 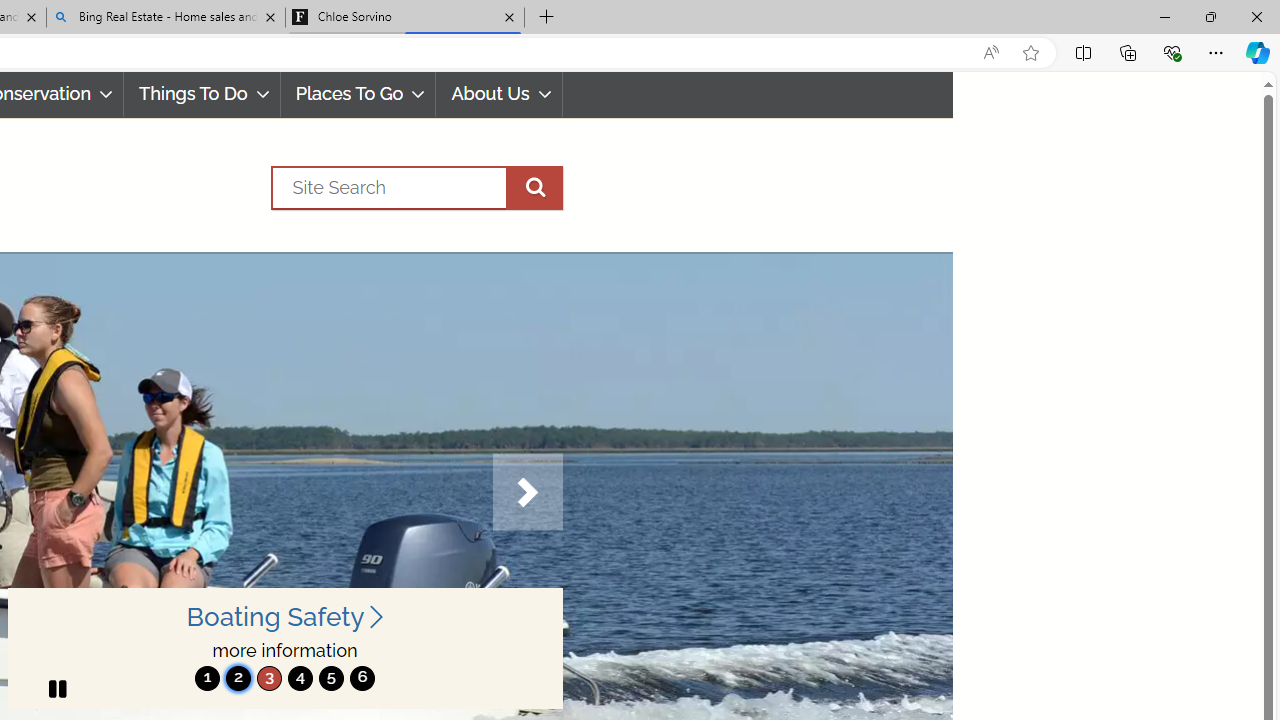 What do you see at coordinates (527, 492) in the screenshot?
I see `'Next'` at bounding box center [527, 492].